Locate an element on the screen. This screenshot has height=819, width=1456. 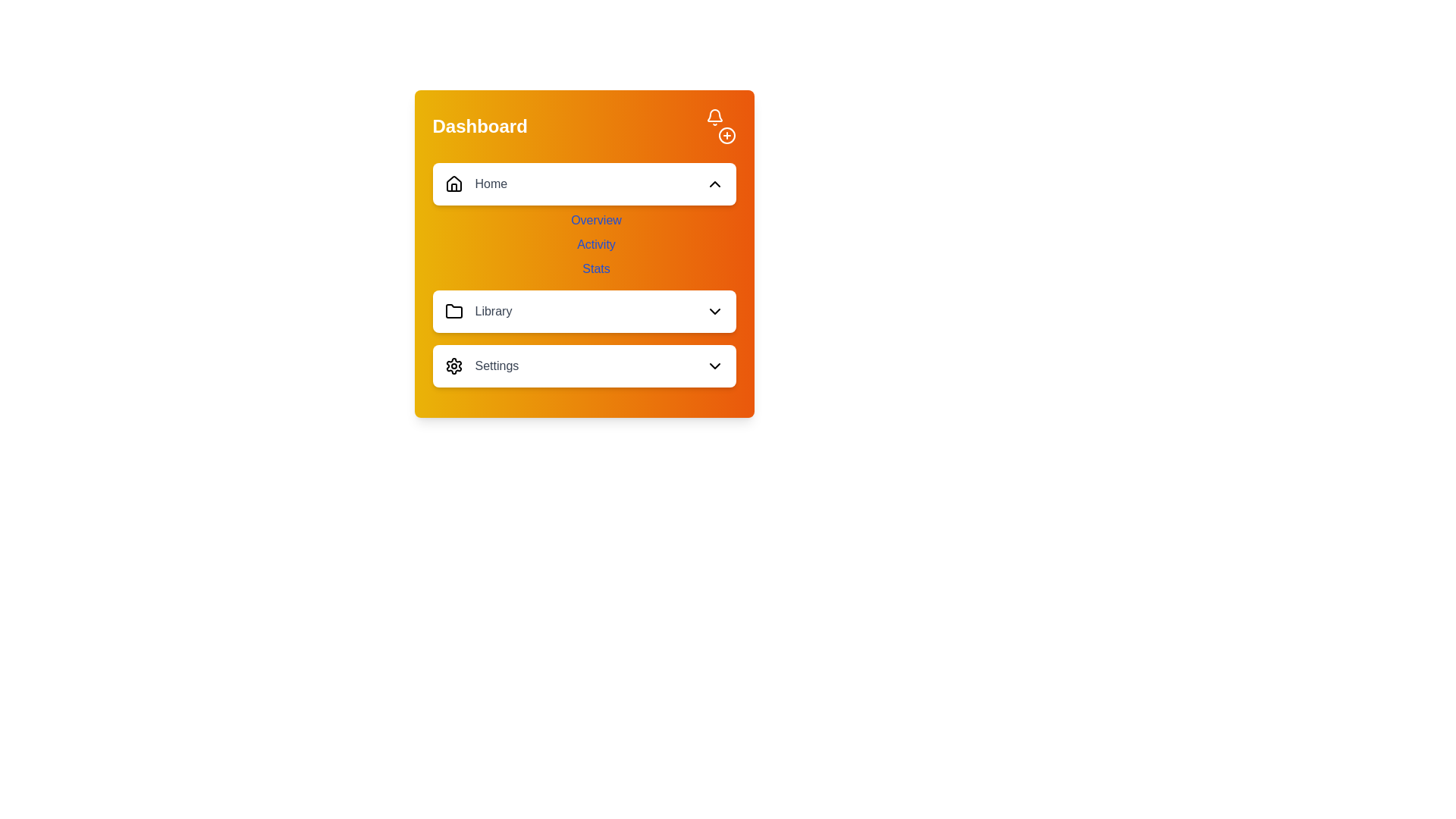
the gear icon representing settings, located in the bottom-most section of the Dashboard is located at coordinates (453, 366).